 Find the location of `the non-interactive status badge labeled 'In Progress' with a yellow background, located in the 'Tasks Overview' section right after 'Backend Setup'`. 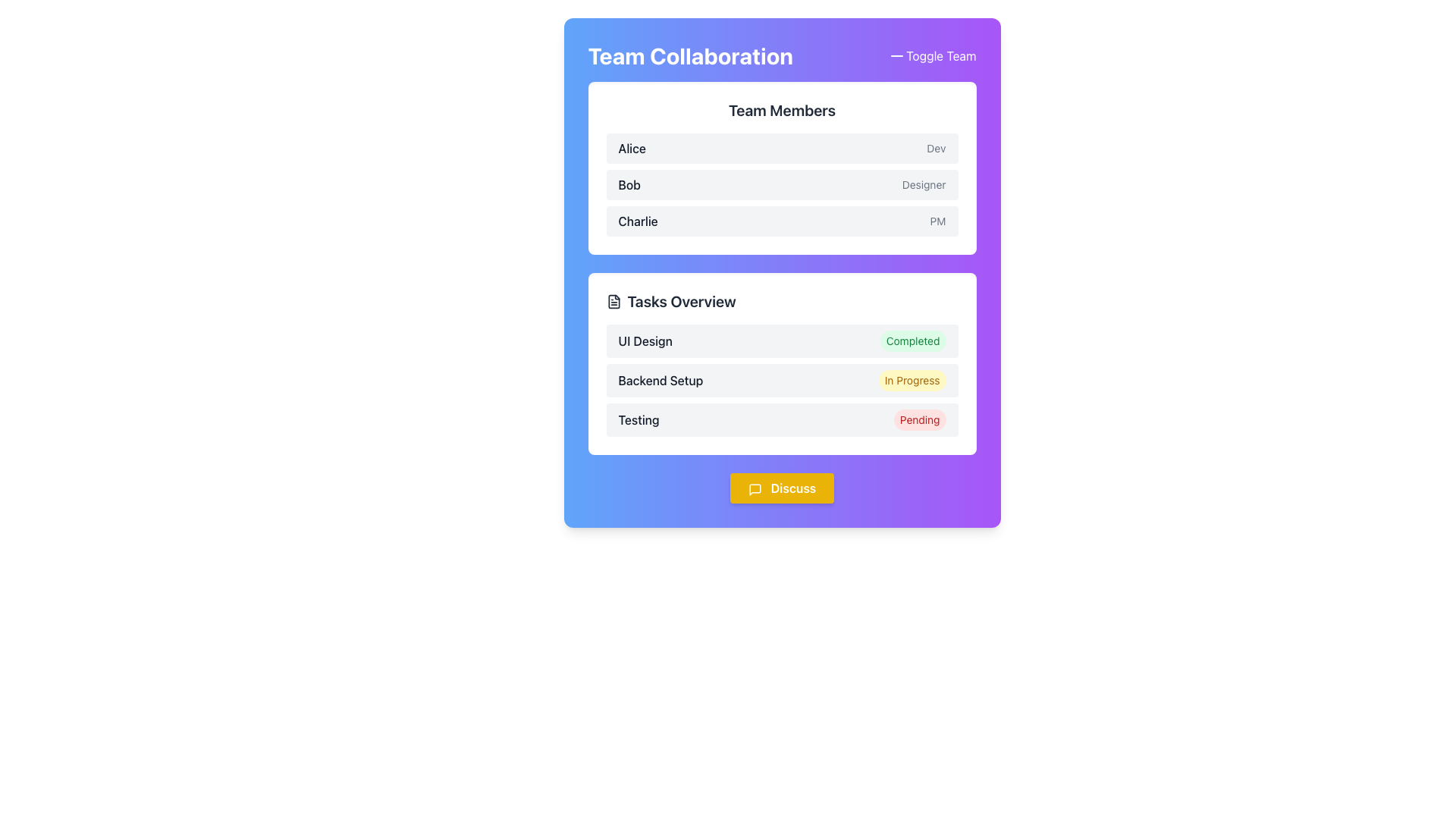

the non-interactive status badge labeled 'In Progress' with a yellow background, located in the 'Tasks Overview' section right after 'Backend Setup' is located at coordinates (912, 379).